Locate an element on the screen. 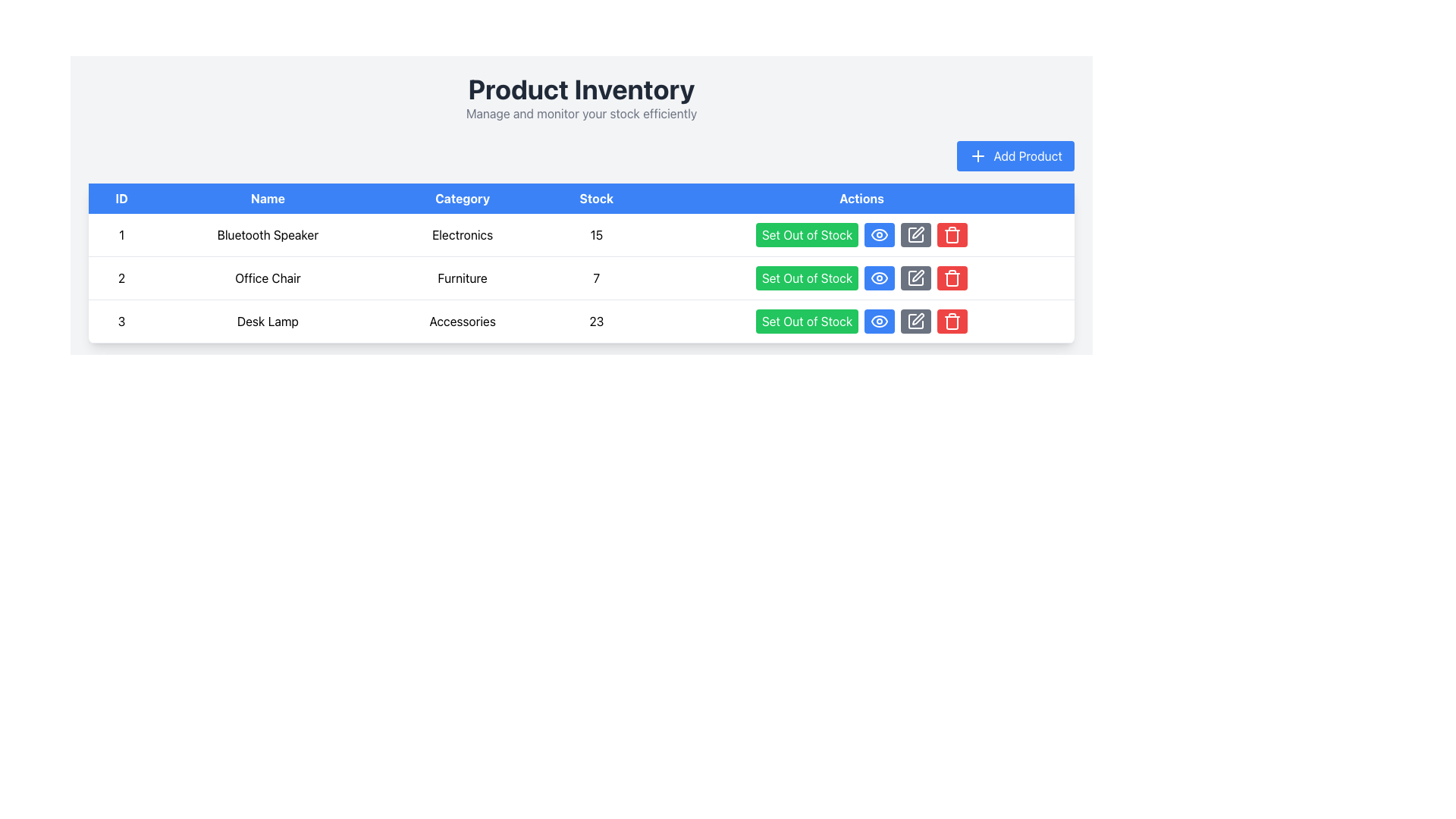  the pencil icon button in the 'Actions' column of the third table row associated with the 'Desk Lamp' entry is located at coordinates (915, 321).